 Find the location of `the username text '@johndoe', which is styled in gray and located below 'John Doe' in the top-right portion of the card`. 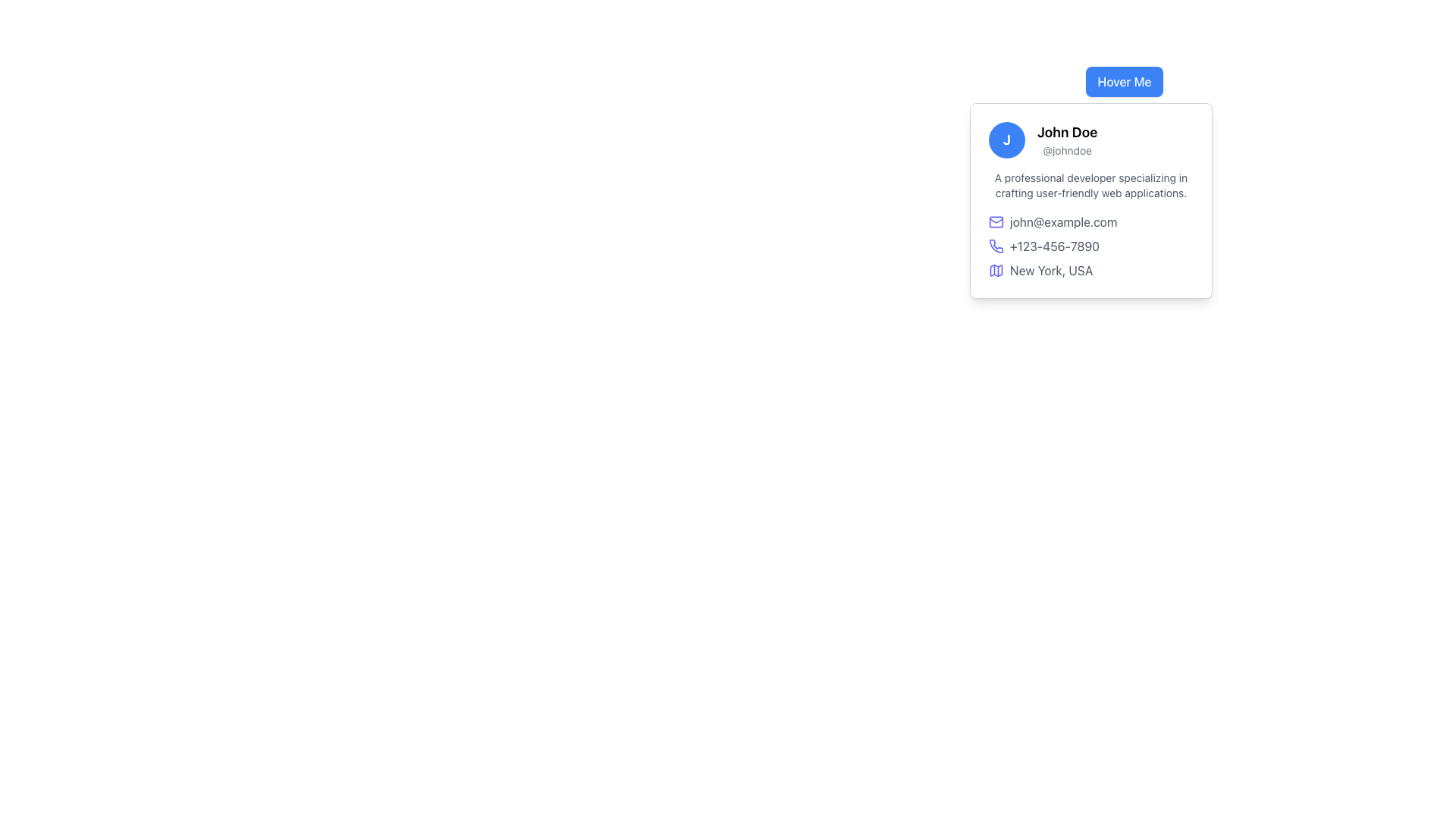

the username text '@johndoe', which is styled in gray and located below 'John Doe' in the top-right portion of the card is located at coordinates (1066, 151).